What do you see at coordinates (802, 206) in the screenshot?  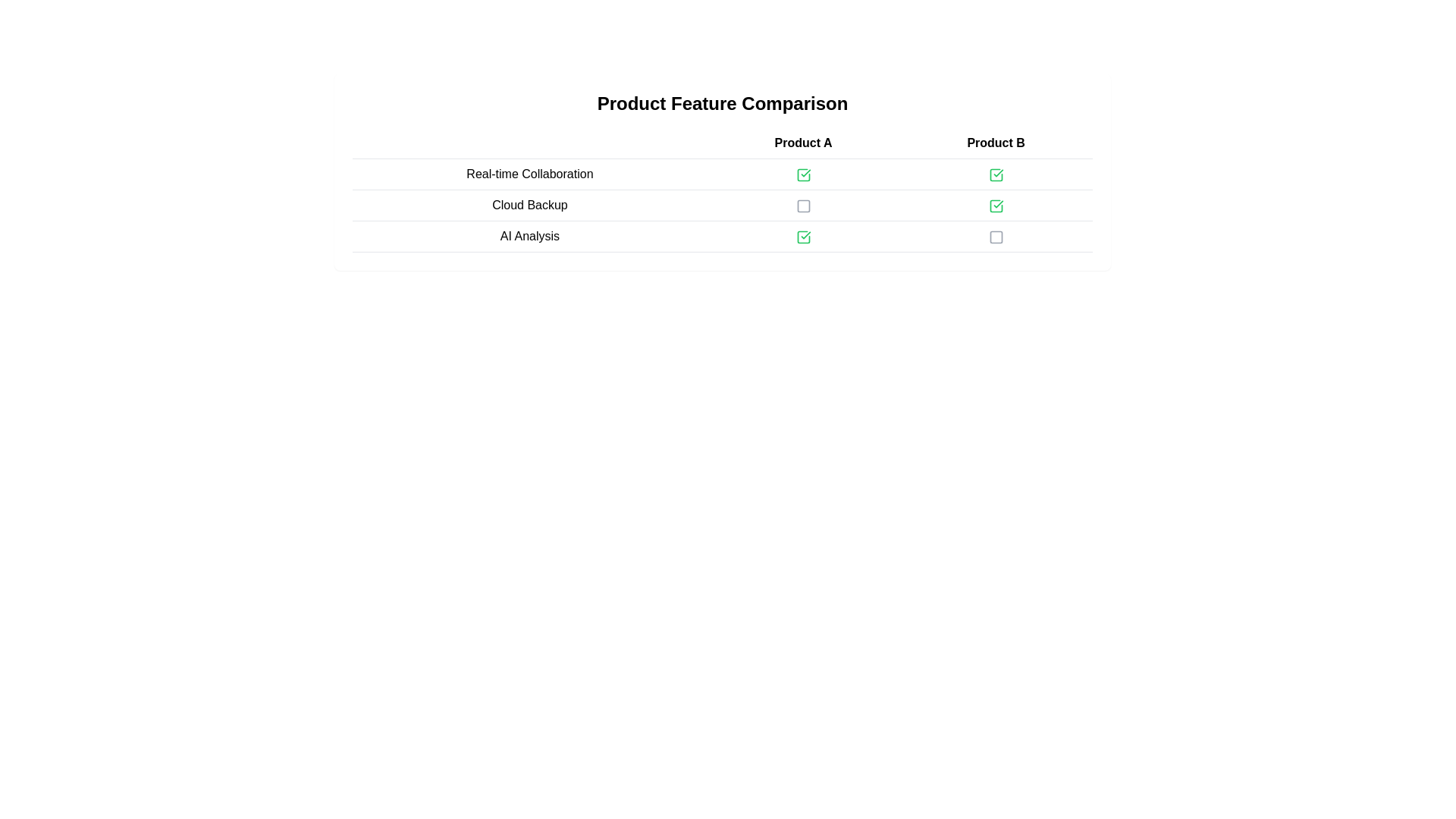 I see `the status icon indicating the unavailability of 'Cloud Backup' for 'Product A' in the second row of the comparison table` at bounding box center [802, 206].